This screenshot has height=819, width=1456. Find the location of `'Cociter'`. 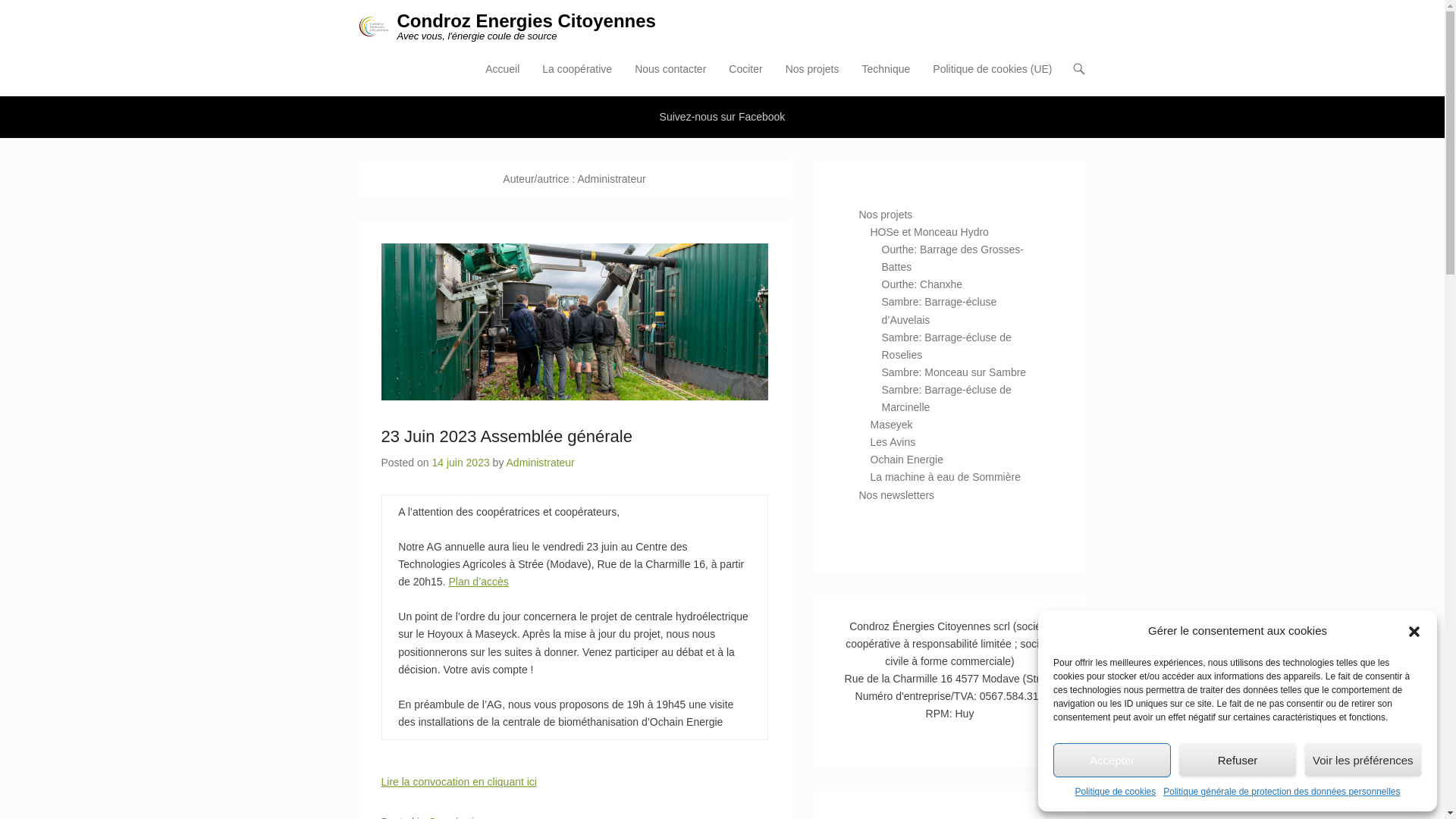

'Cociter' is located at coordinates (720, 78).